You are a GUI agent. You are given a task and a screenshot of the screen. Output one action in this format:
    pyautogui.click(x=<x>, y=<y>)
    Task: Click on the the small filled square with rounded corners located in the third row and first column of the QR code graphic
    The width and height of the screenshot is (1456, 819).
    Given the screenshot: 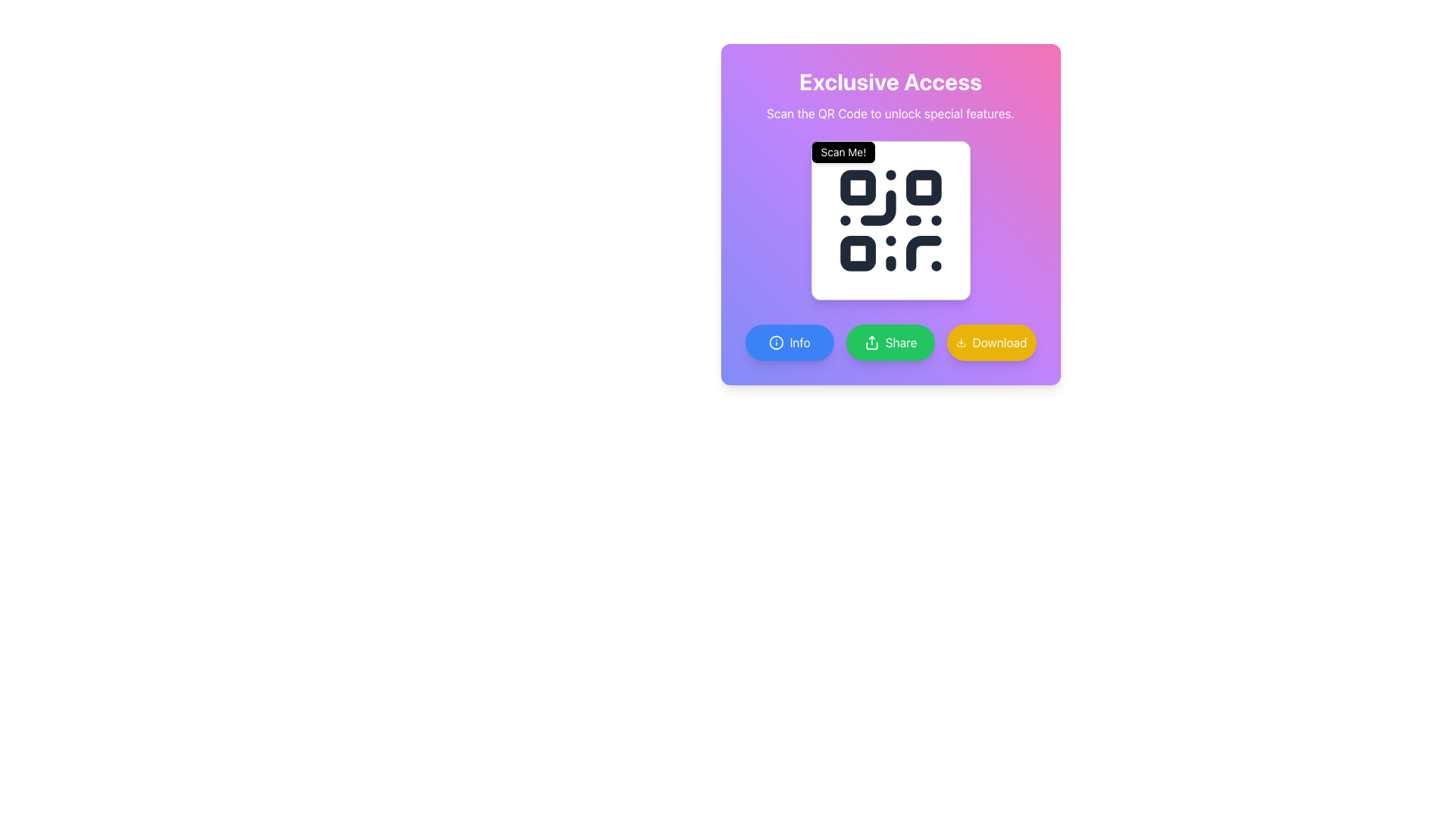 What is the action you would take?
    pyautogui.click(x=858, y=253)
    